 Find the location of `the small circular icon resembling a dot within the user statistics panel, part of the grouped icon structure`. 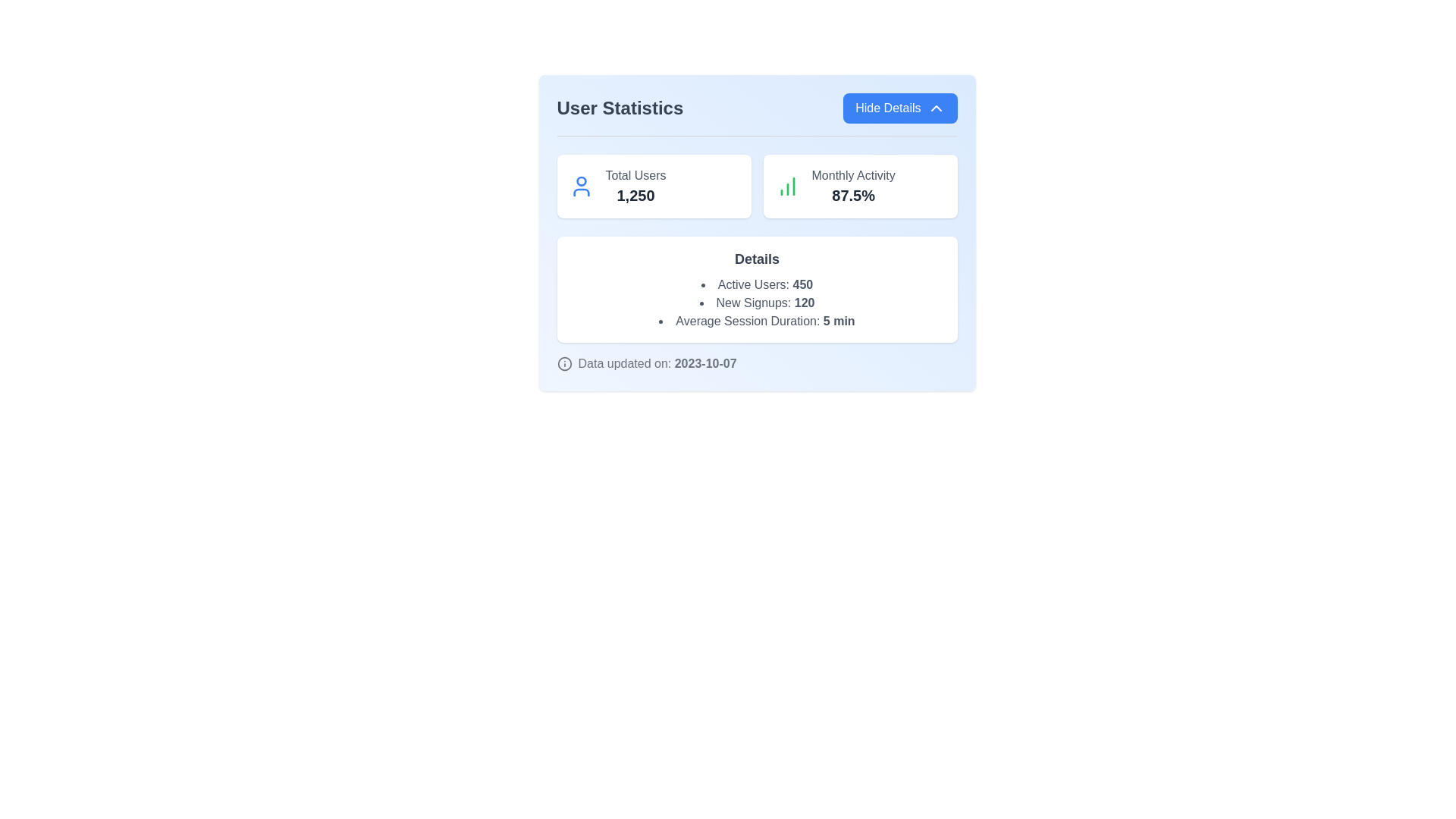

the small circular icon resembling a dot within the user statistics panel, part of the grouped icon structure is located at coordinates (563, 363).